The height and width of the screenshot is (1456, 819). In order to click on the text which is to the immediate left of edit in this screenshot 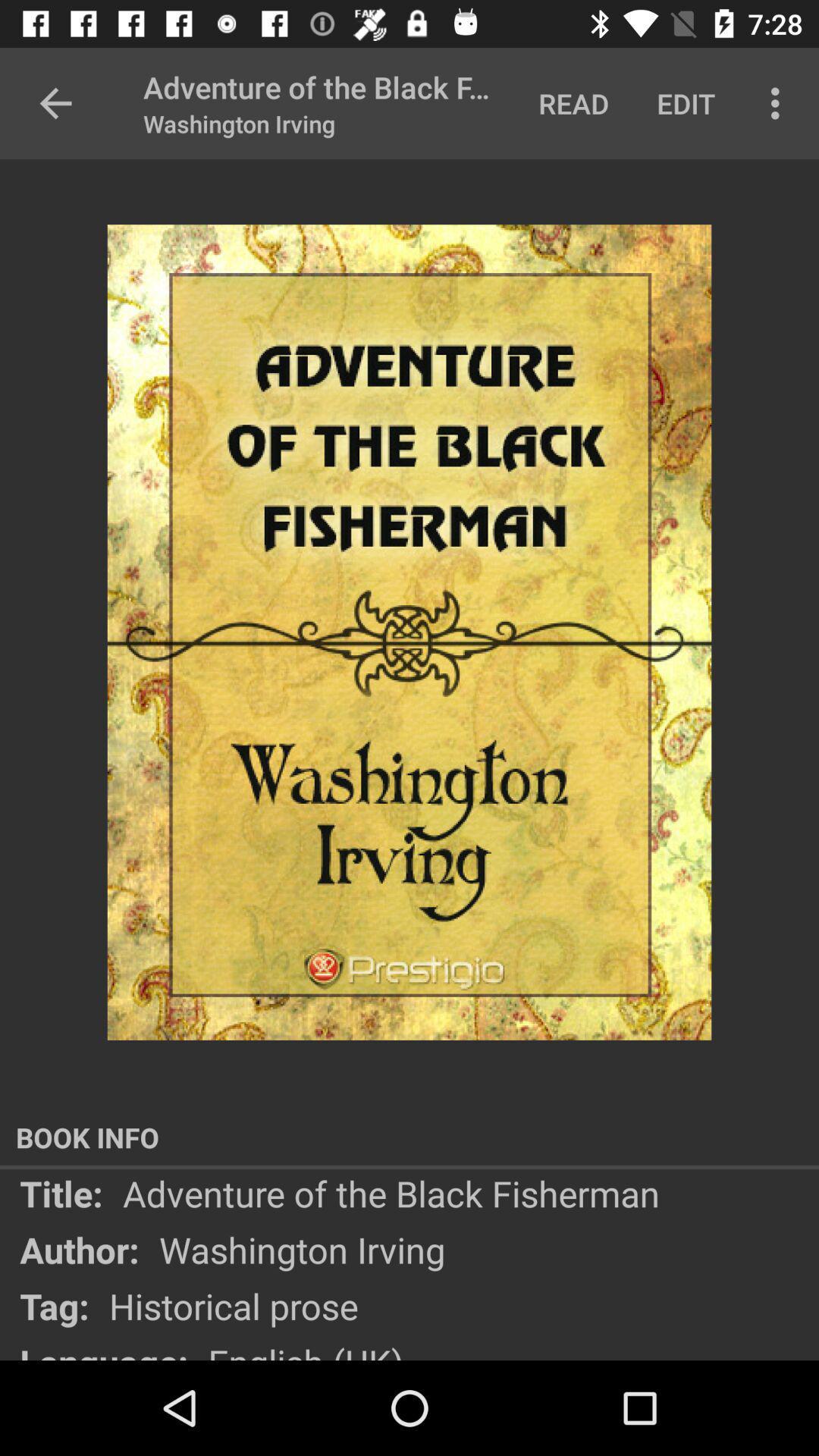, I will do `click(573, 103)`.